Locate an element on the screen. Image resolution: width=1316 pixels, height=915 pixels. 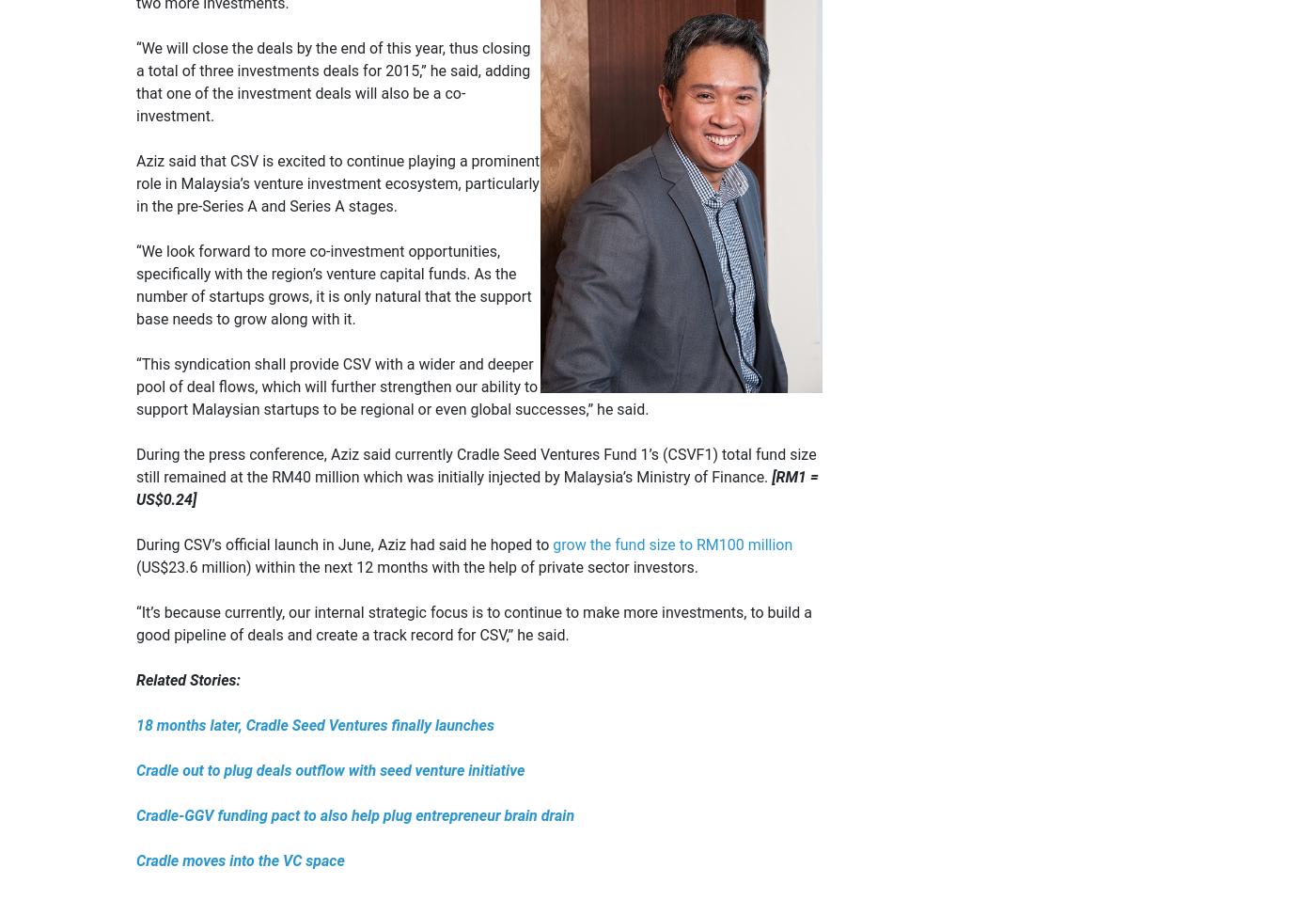
'grow the fund size to RM100 million' is located at coordinates (553, 544).